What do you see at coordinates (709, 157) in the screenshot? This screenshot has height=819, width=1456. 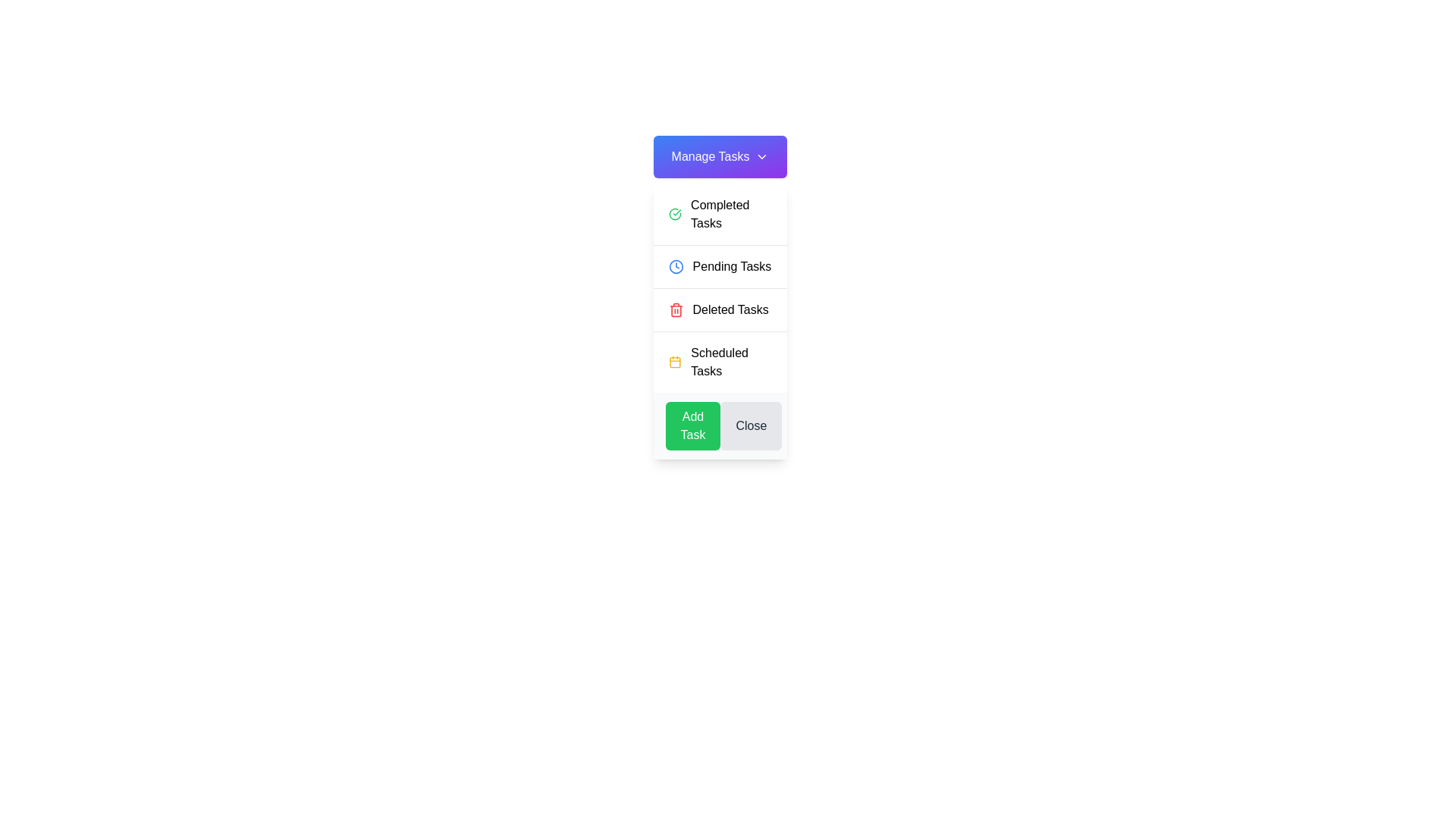 I see `the 'Manage Tasks' text label, which is styled with white text on a blue to purple gradient background and located at the top of the dropdown panel for task categories` at bounding box center [709, 157].